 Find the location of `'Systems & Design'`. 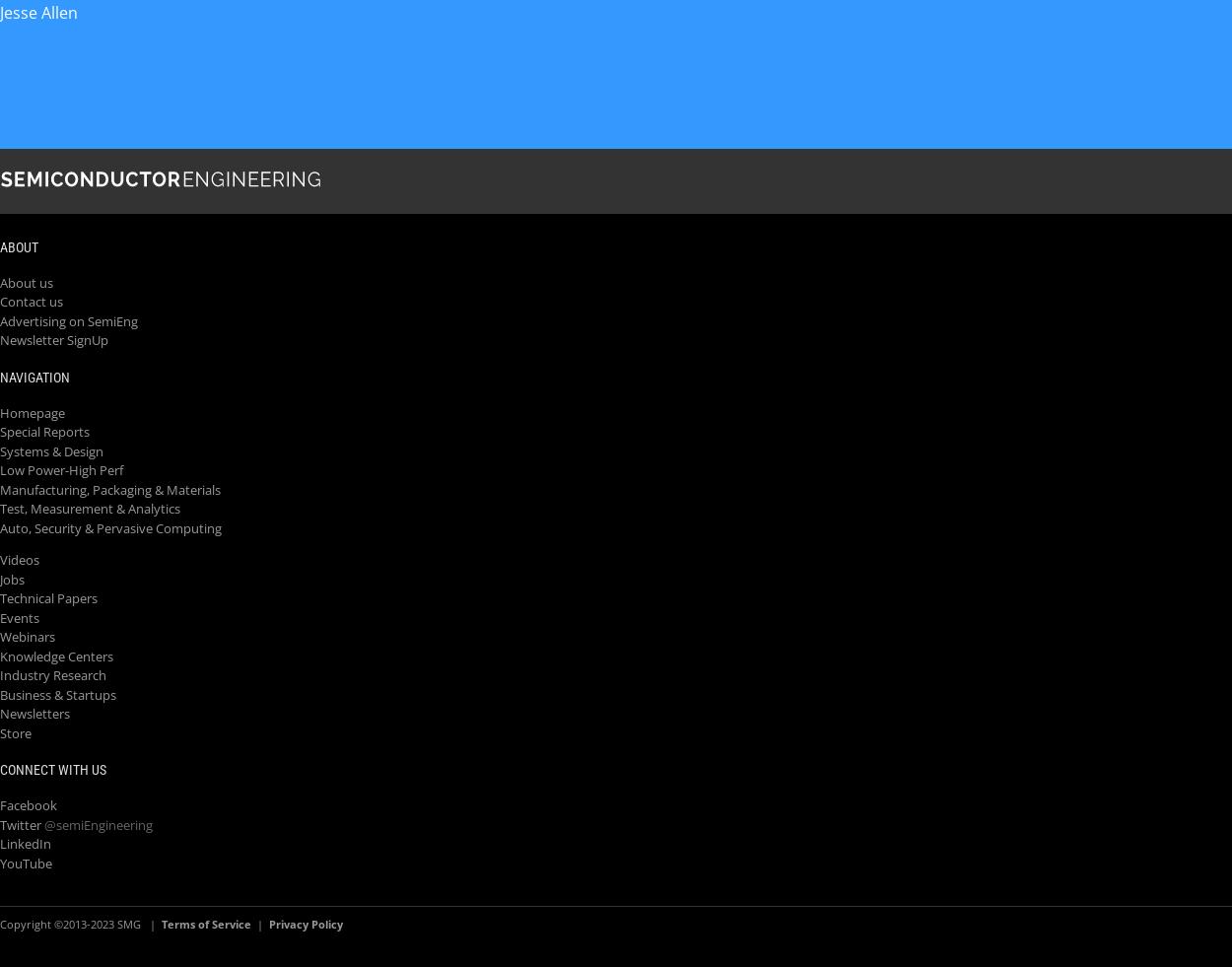

'Systems & Design' is located at coordinates (51, 449).